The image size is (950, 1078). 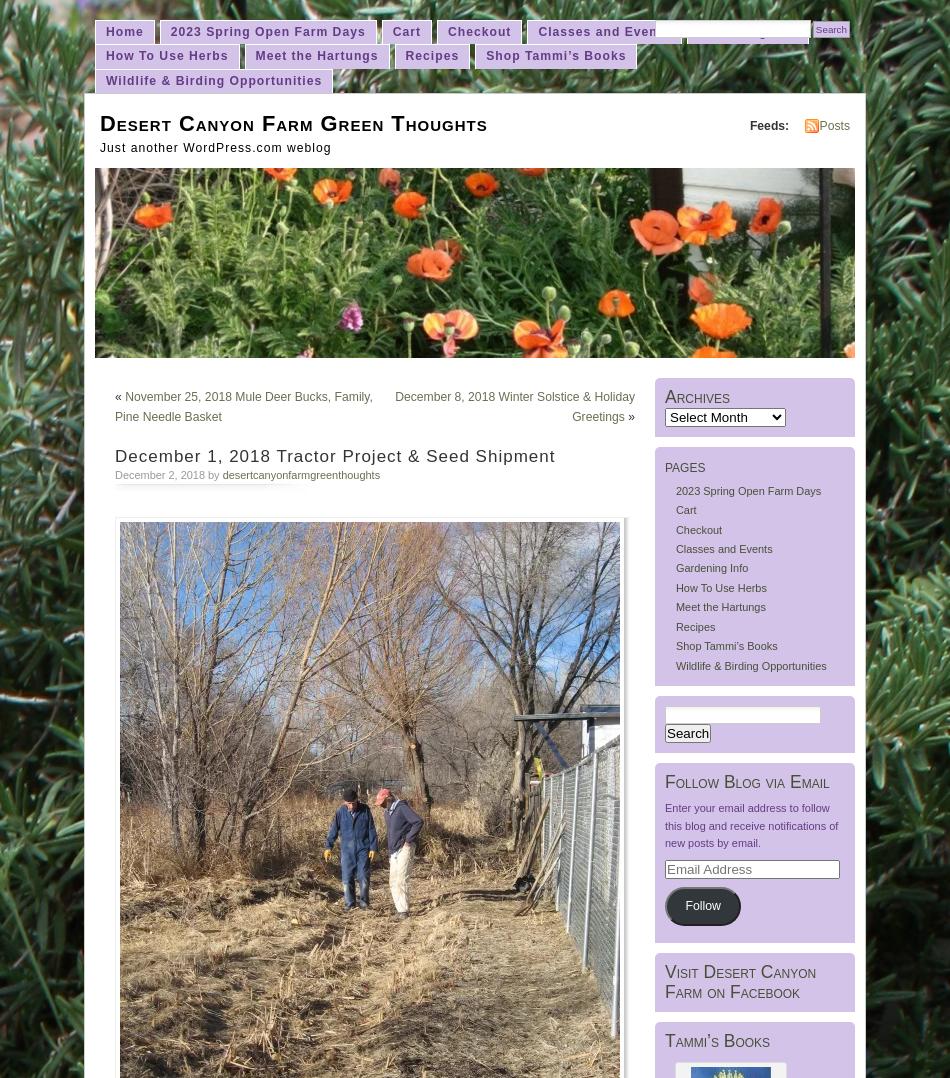 What do you see at coordinates (749, 665) in the screenshot?
I see `'Wildlife & Birding Opportunities'` at bounding box center [749, 665].